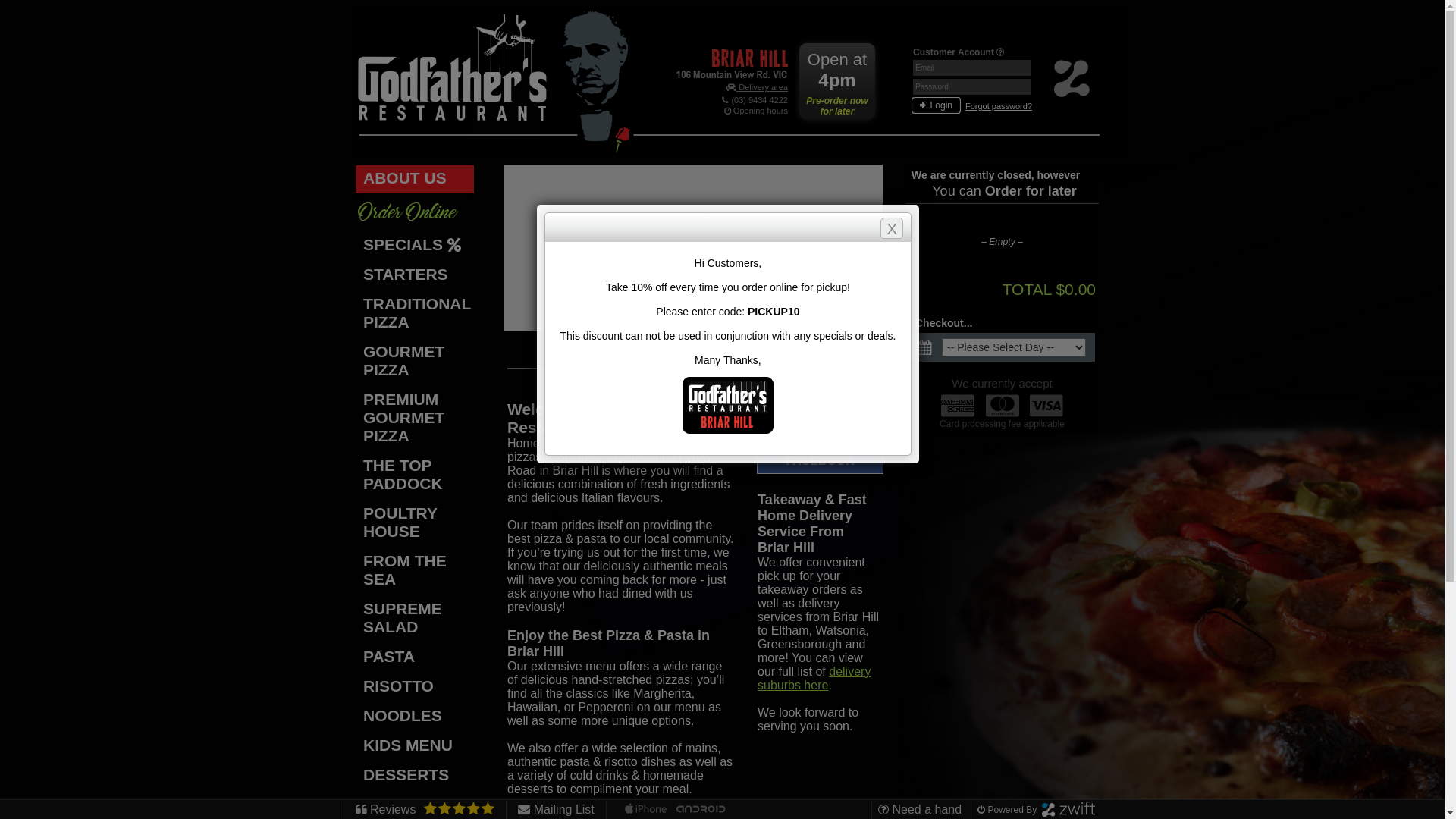 The width and height of the screenshot is (1456, 819). I want to click on 'STARTERS', so click(355, 275).